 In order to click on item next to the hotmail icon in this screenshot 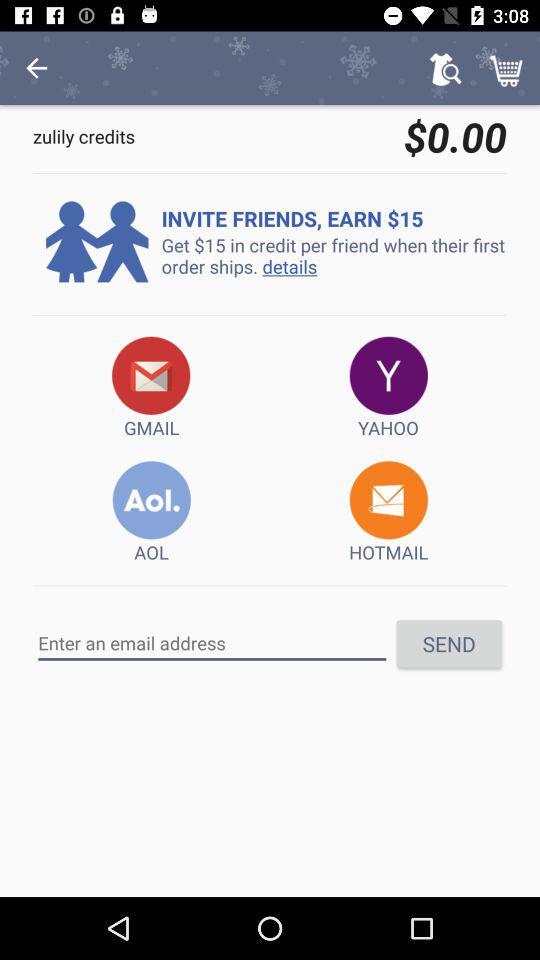, I will do `click(150, 512)`.